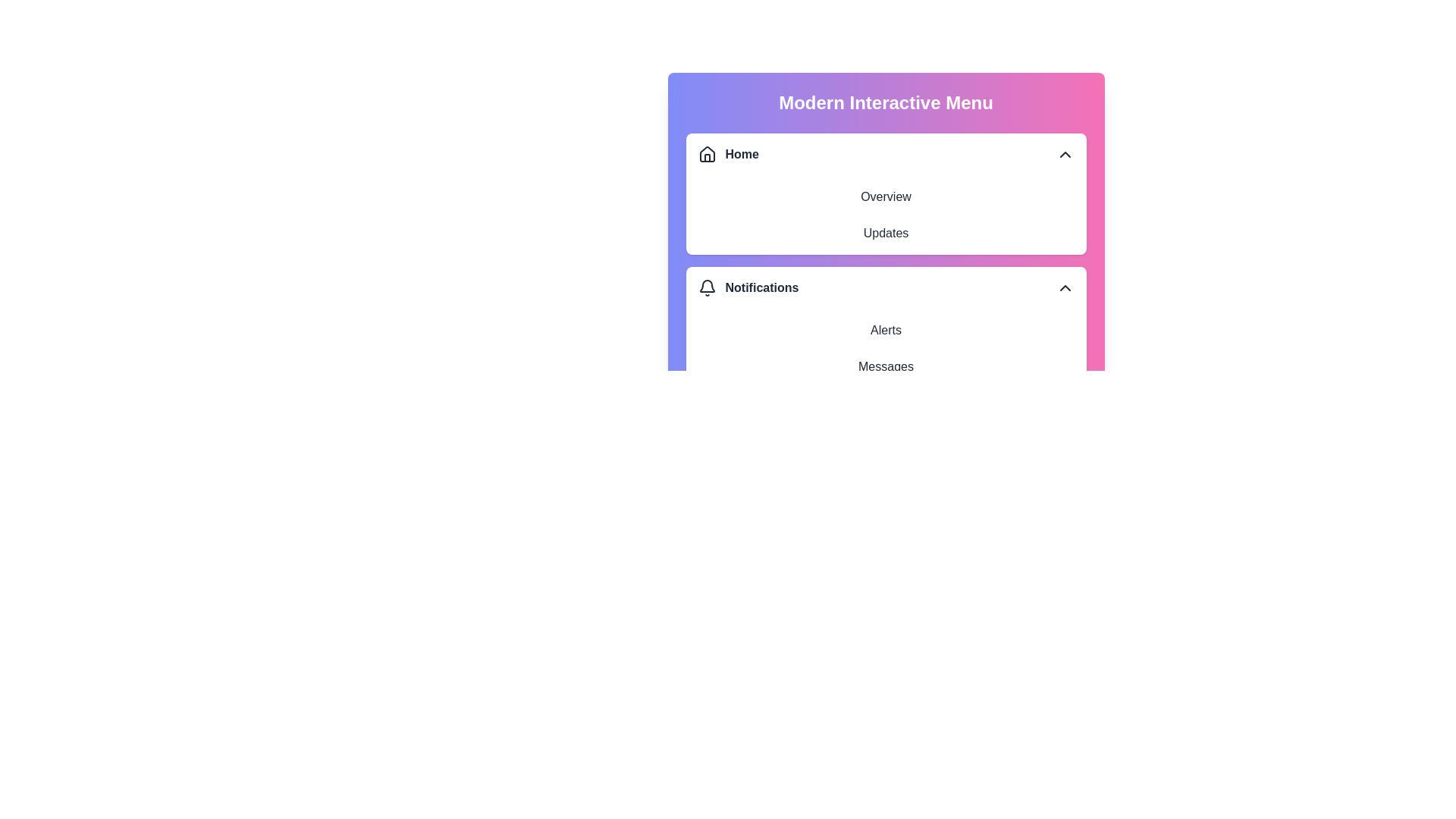  Describe the element at coordinates (1064, 155) in the screenshot. I see `the toggle icon next to the Home section title` at that location.